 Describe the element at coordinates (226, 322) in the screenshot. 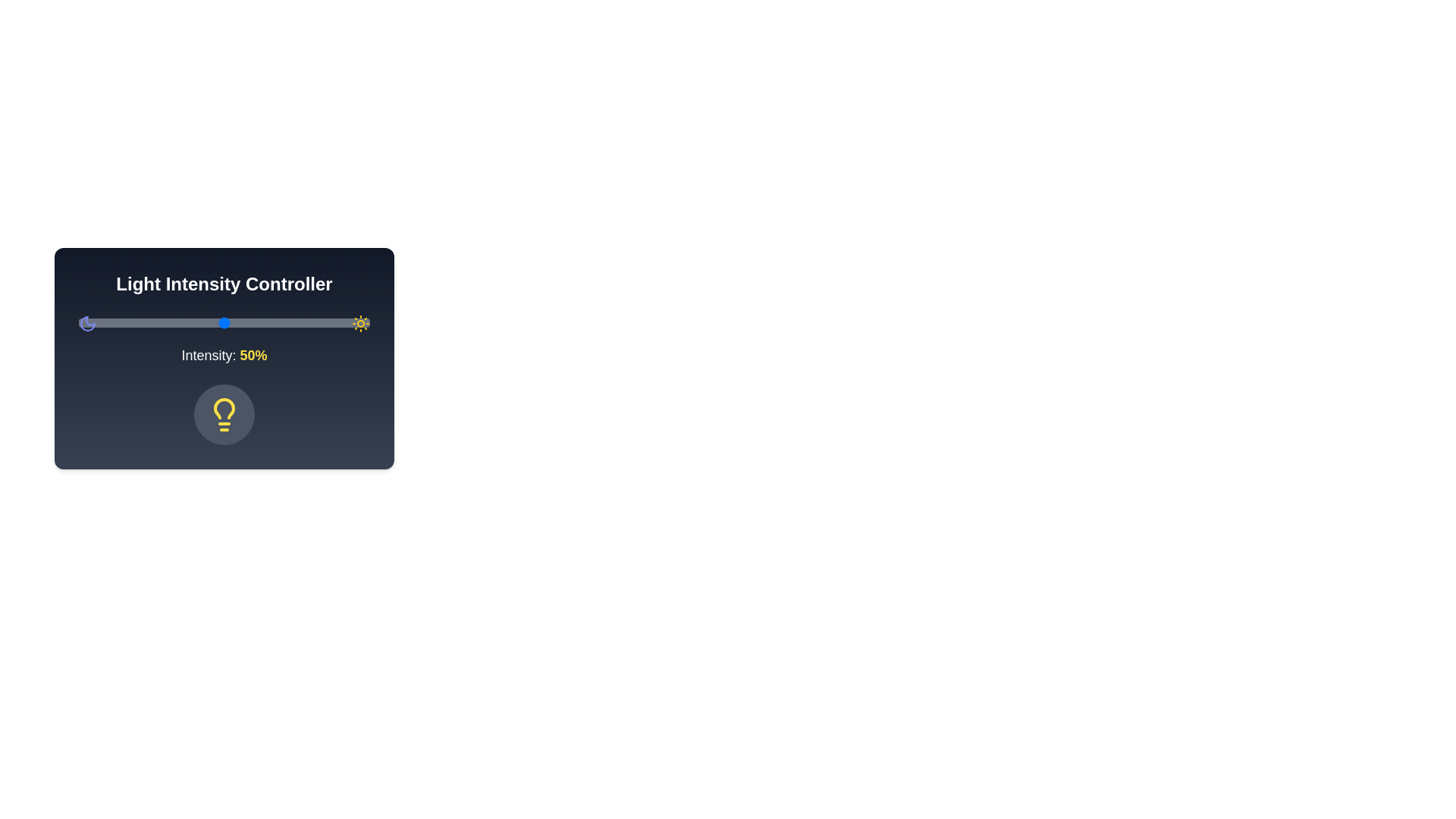

I see `the light intensity to 51% by moving the slider` at that location.